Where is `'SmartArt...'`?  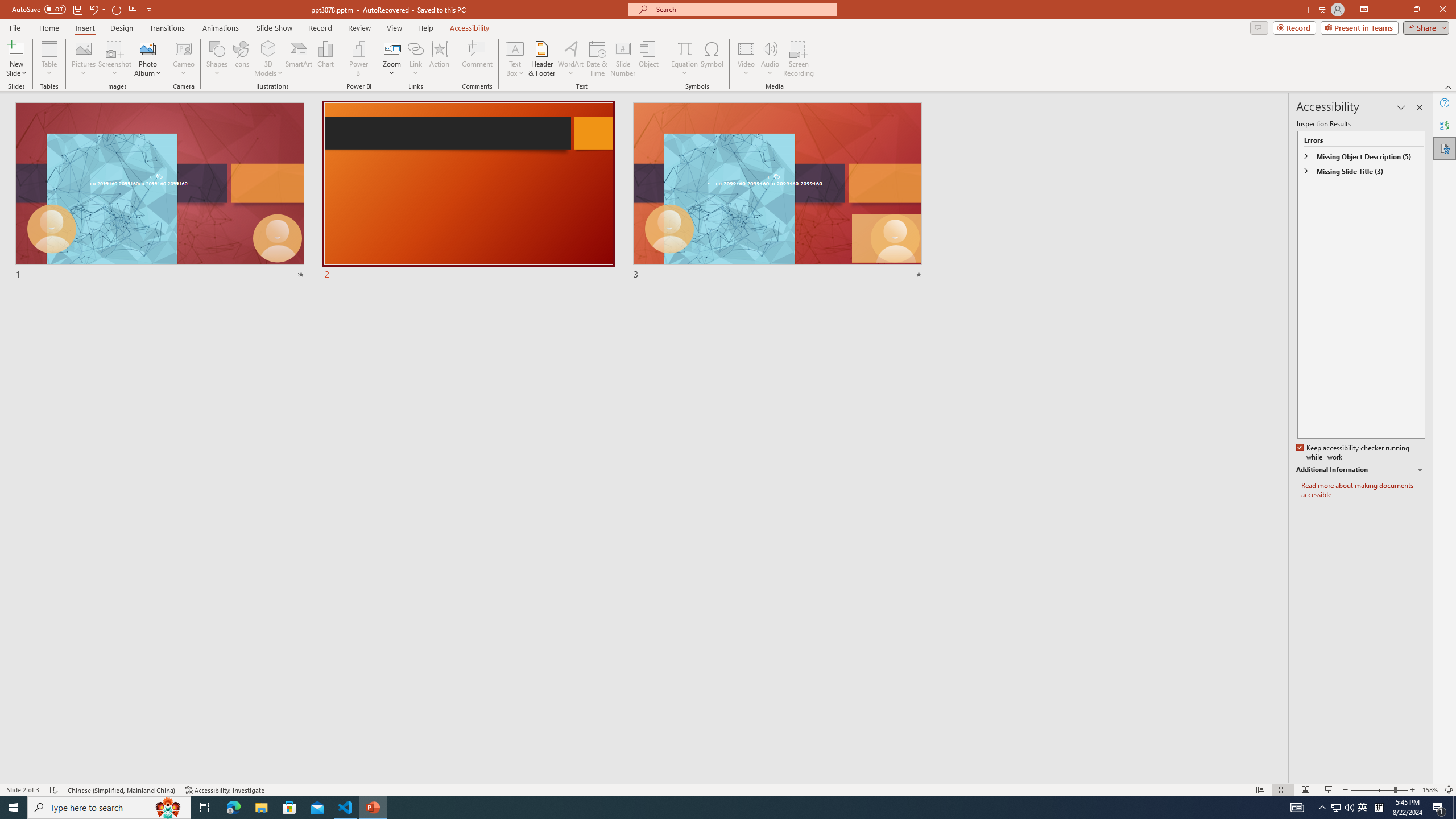 'SmartArt...' is located at coordinates (299, 59).